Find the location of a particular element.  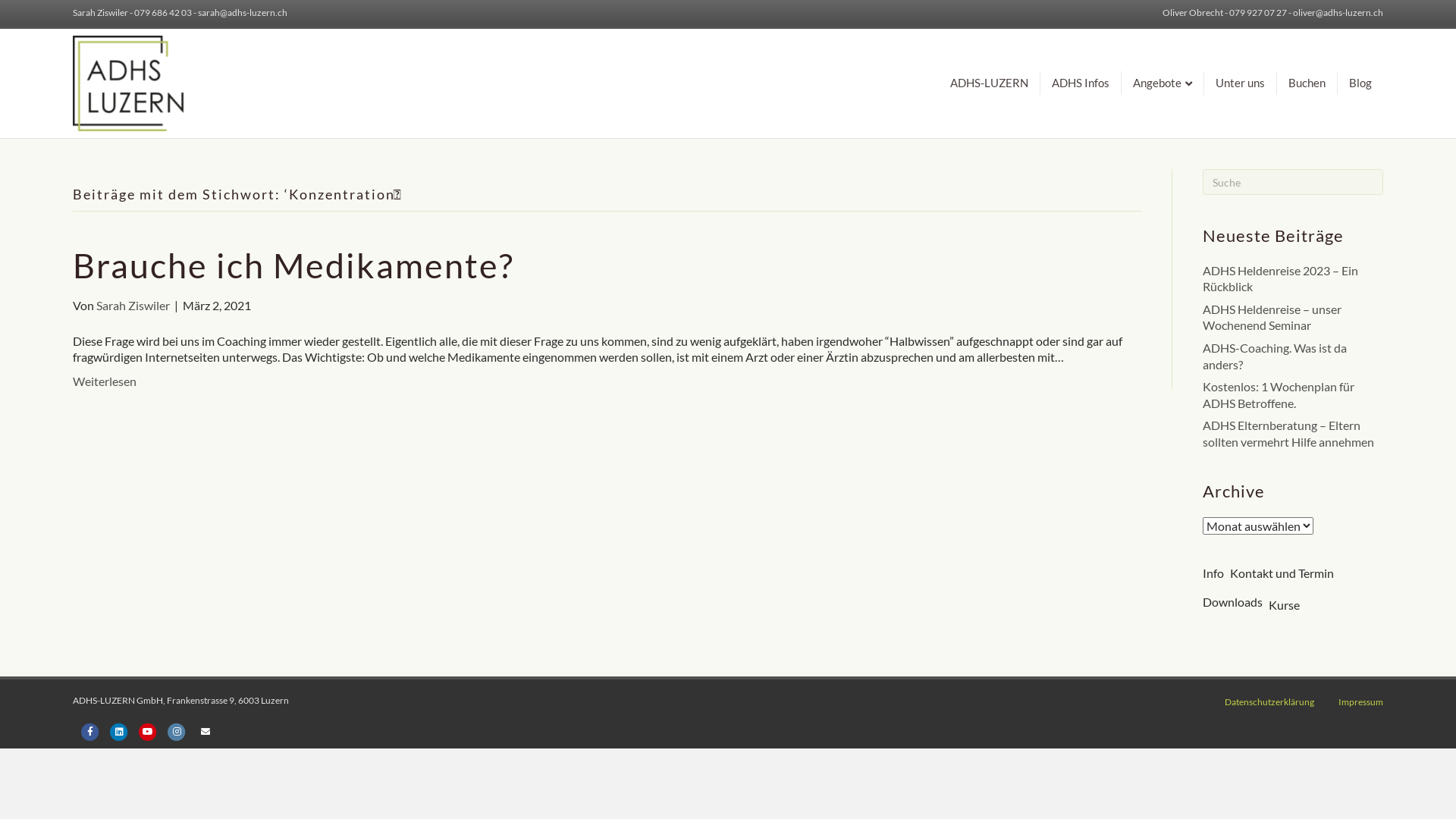

'ADHS Infos' is located at coordinates (1080, 83).